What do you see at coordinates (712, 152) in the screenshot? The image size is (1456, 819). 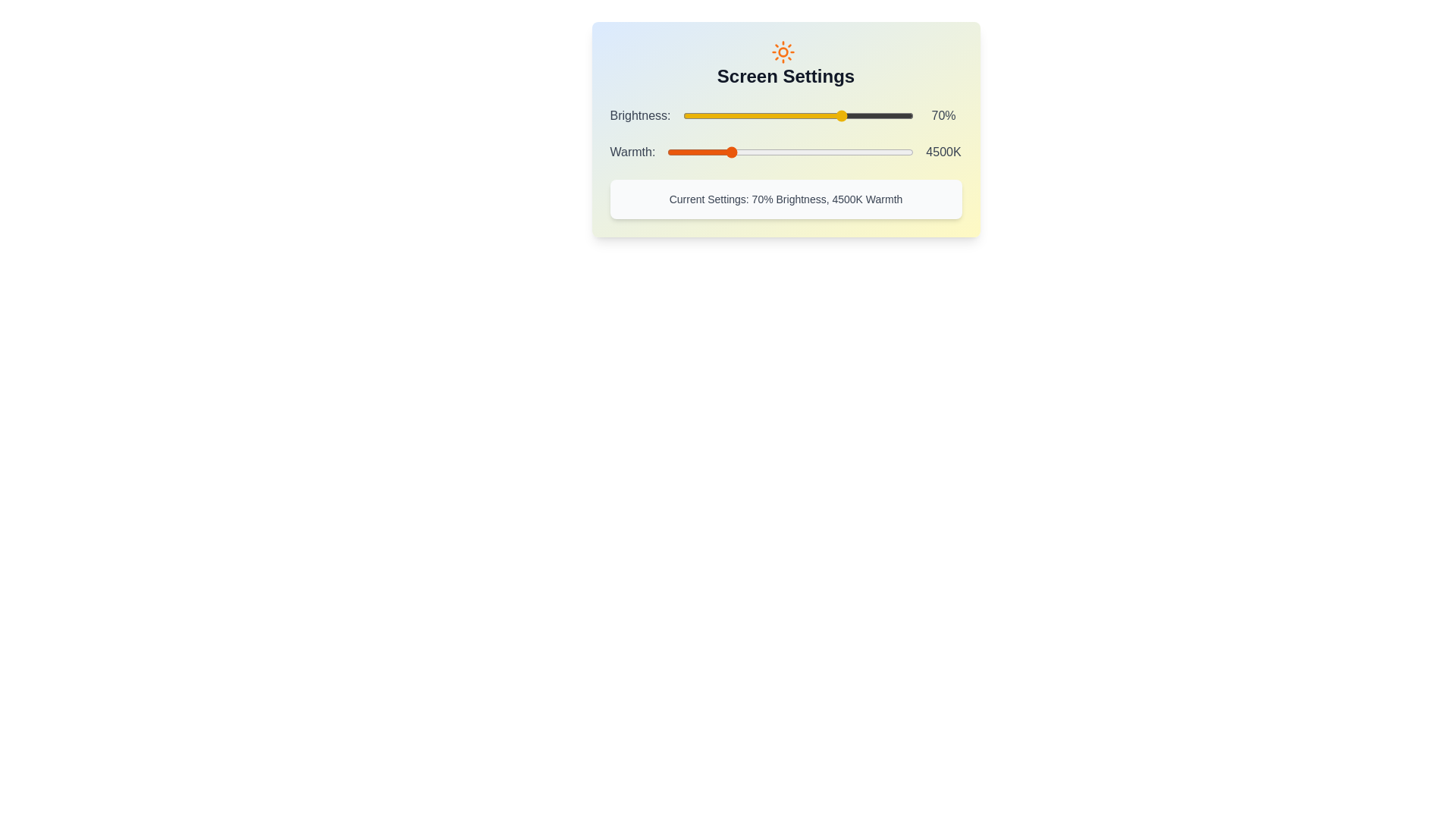 I see `the Warmth slider to set the warmth to 4108 K` at bounding box center [712, 152].